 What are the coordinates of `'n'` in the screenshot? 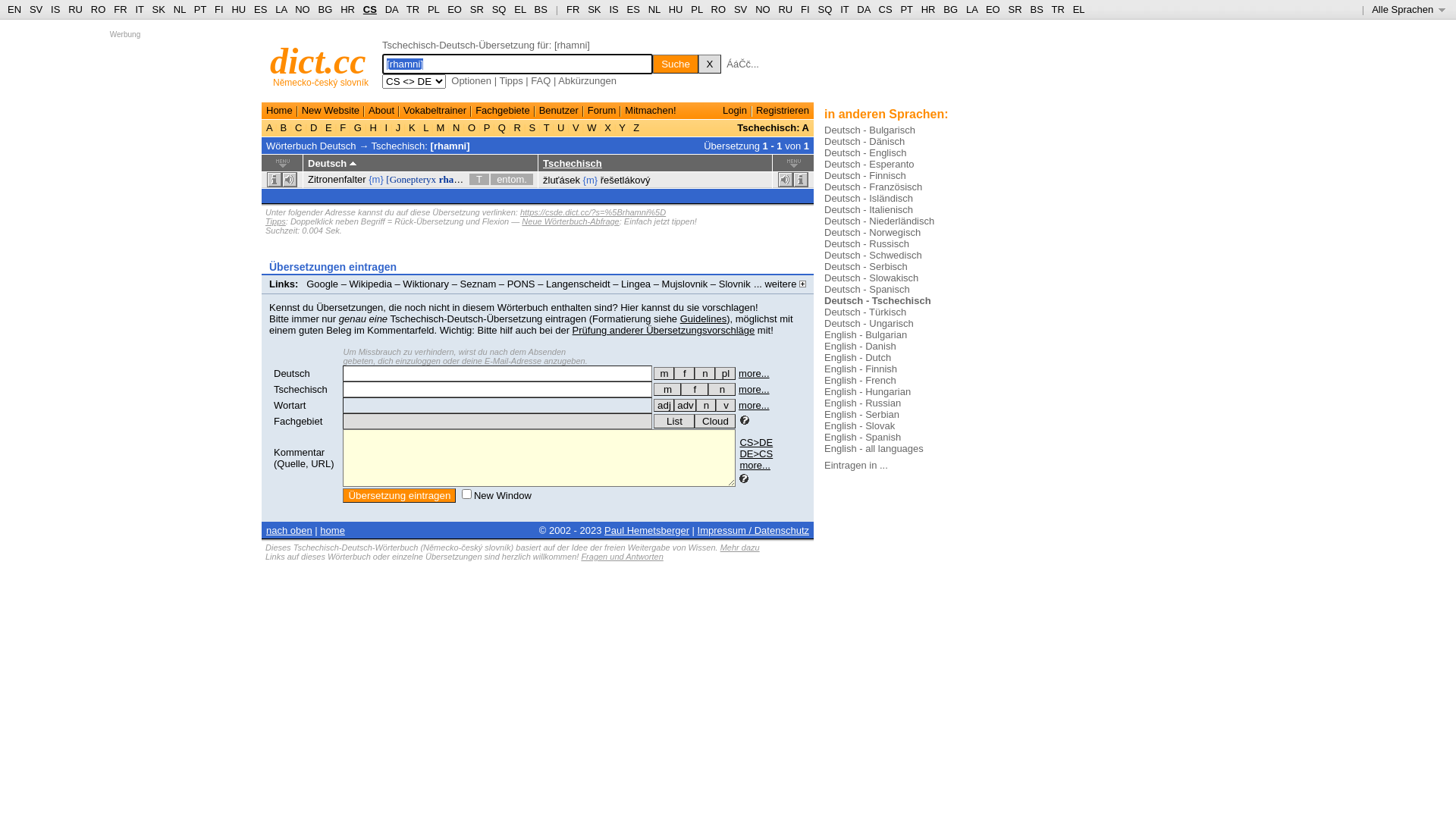 It's located at (704, 373).